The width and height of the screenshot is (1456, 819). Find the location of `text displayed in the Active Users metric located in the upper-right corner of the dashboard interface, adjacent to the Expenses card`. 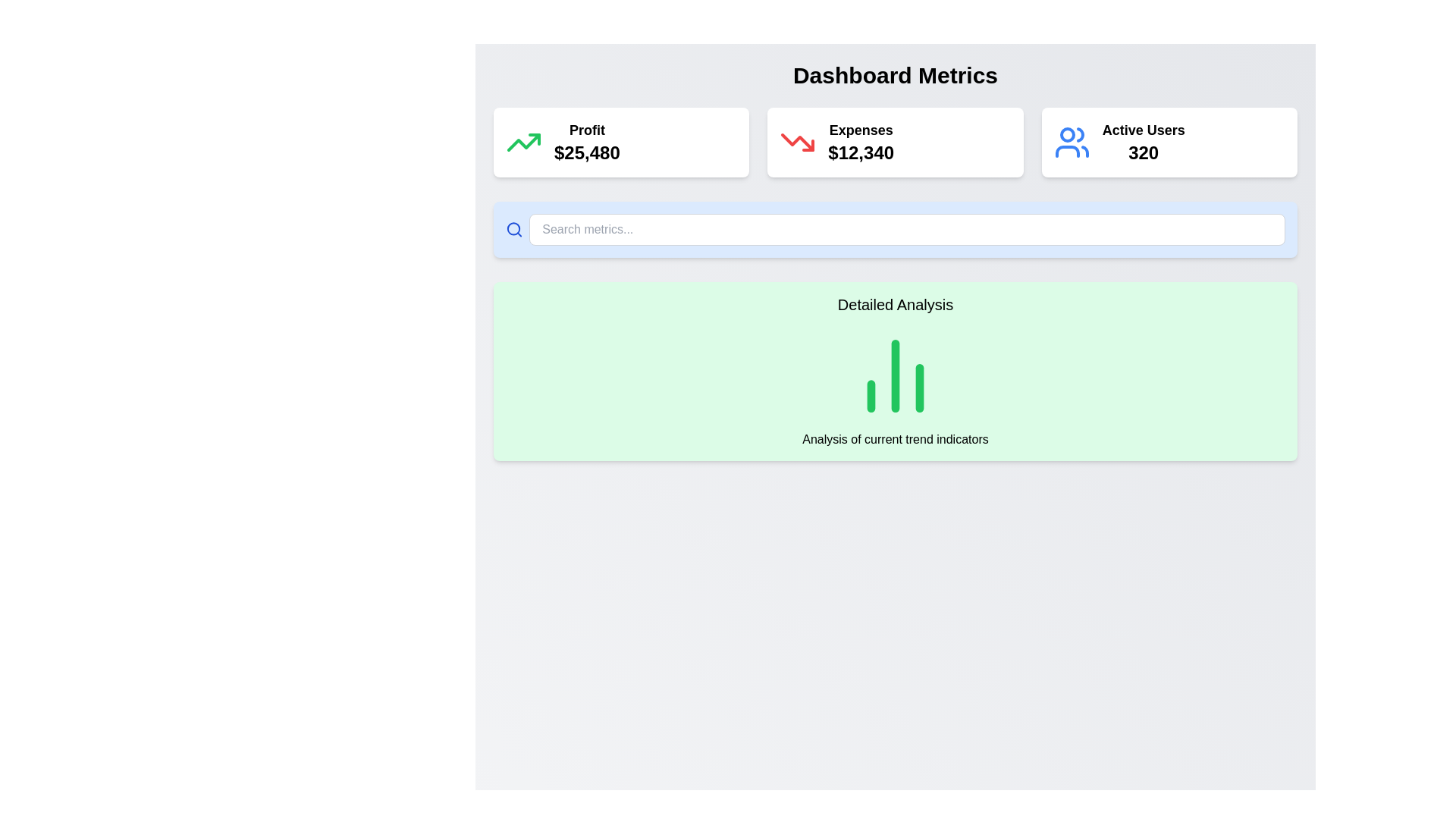

text displayed in the Active Users metric located in the upper-right corner of the dashboard interface, adjacent to the Expenses card is located at coordinates (1144, 143).